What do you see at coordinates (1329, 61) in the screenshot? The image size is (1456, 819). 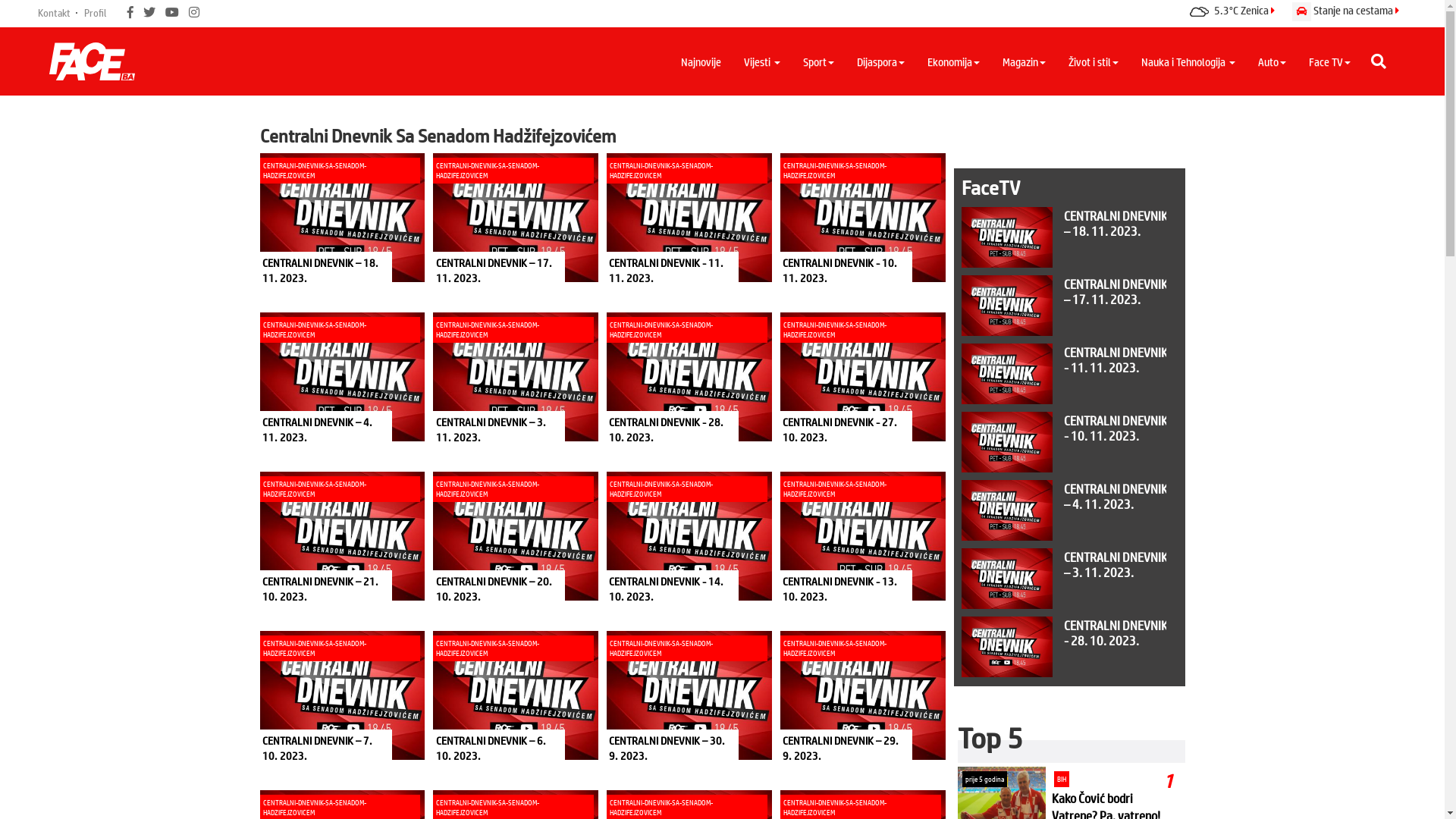 I see `'Face TV'` at bounding box center [1329, 61].